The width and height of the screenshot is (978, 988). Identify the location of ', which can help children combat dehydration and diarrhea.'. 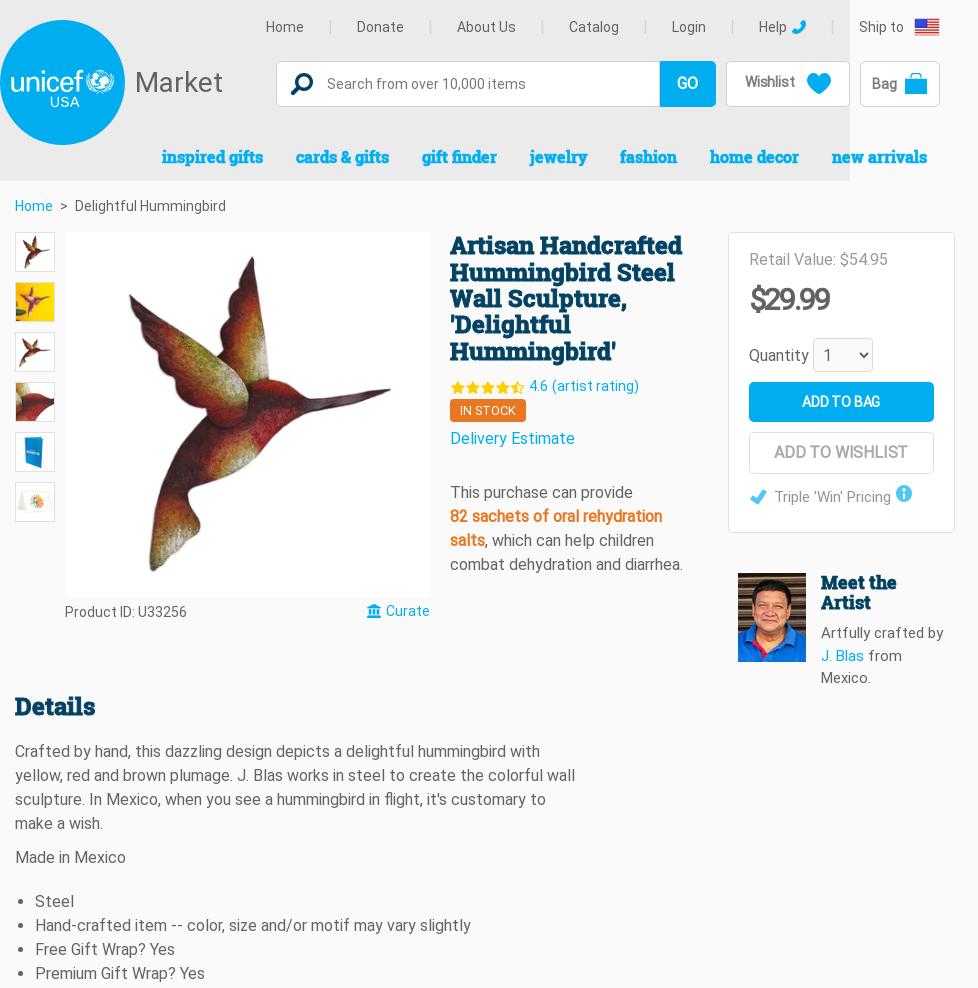
(566, 551).